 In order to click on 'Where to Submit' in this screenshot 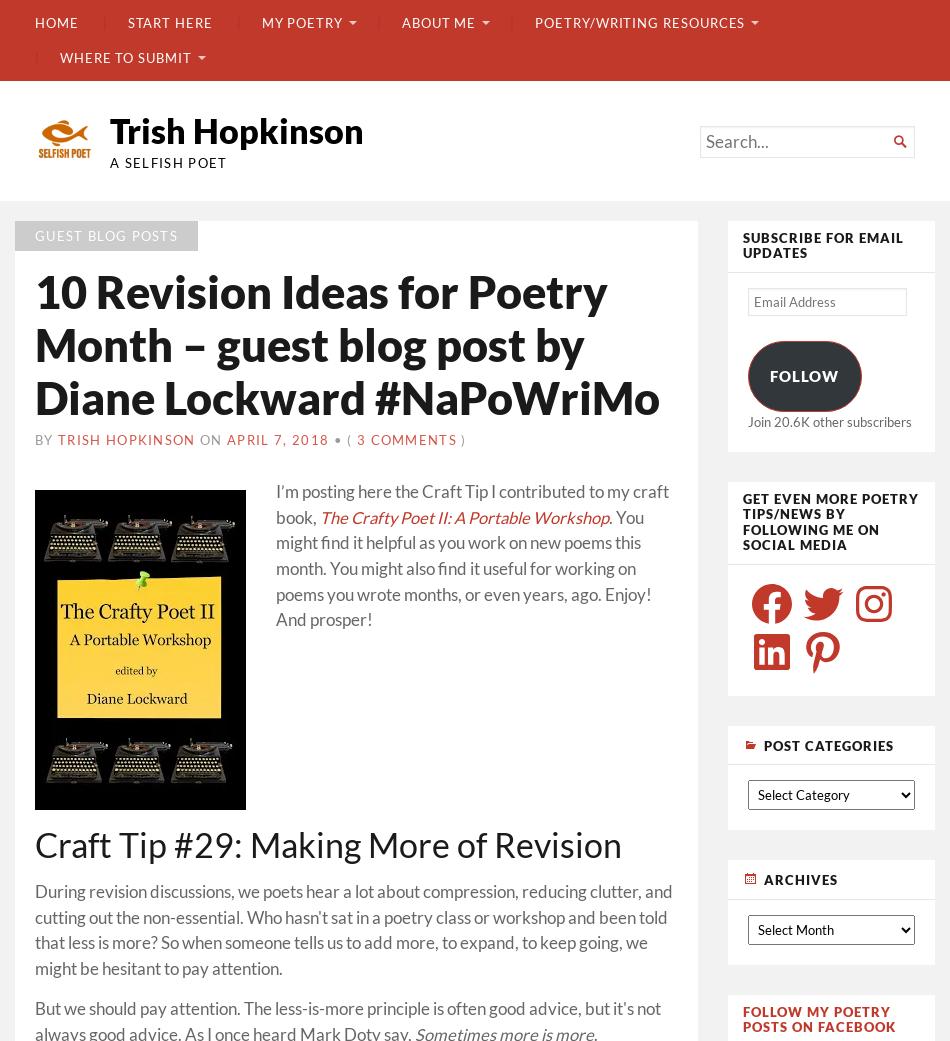, I will do `click(58, 56)`.